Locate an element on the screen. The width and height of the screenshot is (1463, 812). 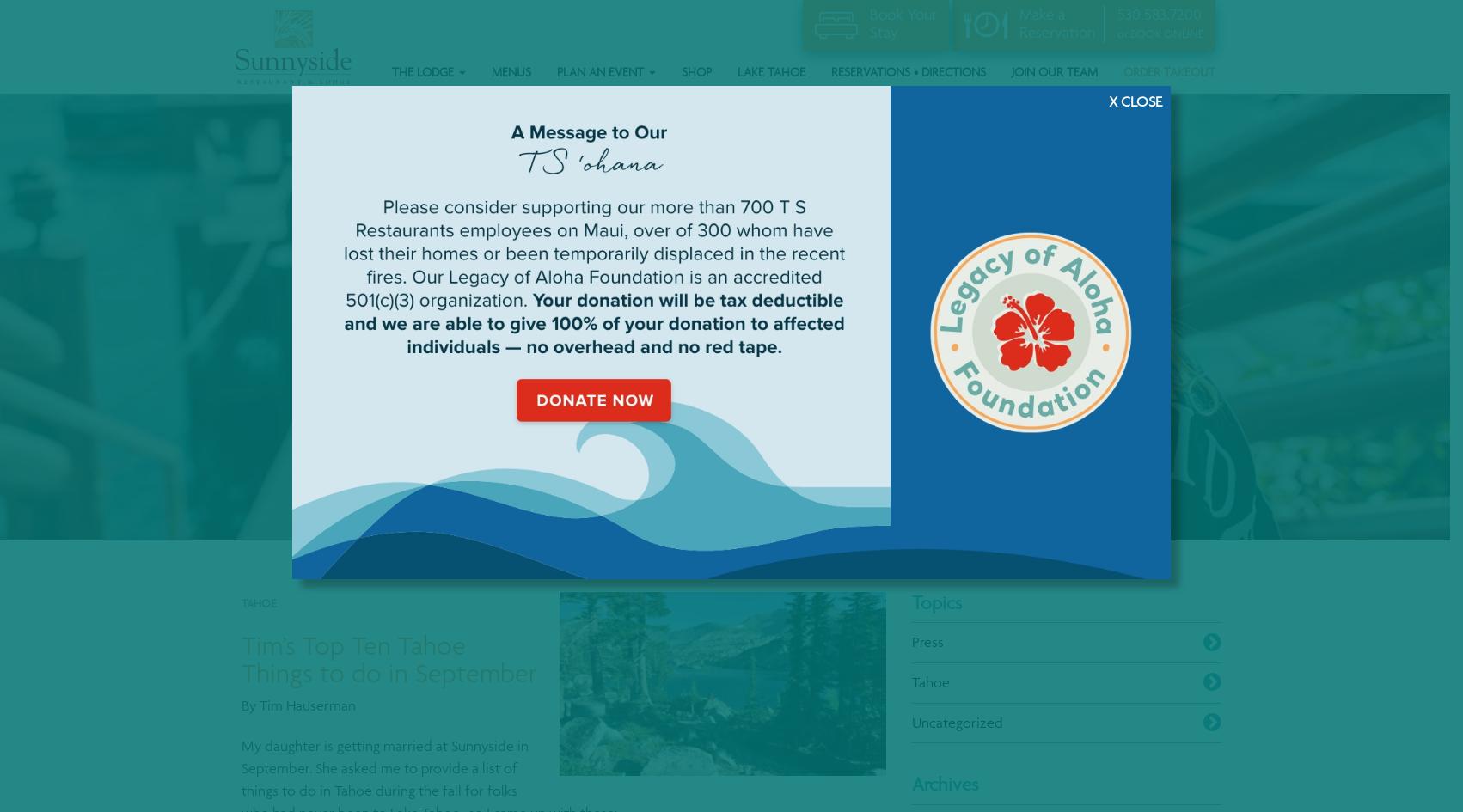
'Stay' is located at coordinates (882, 31).